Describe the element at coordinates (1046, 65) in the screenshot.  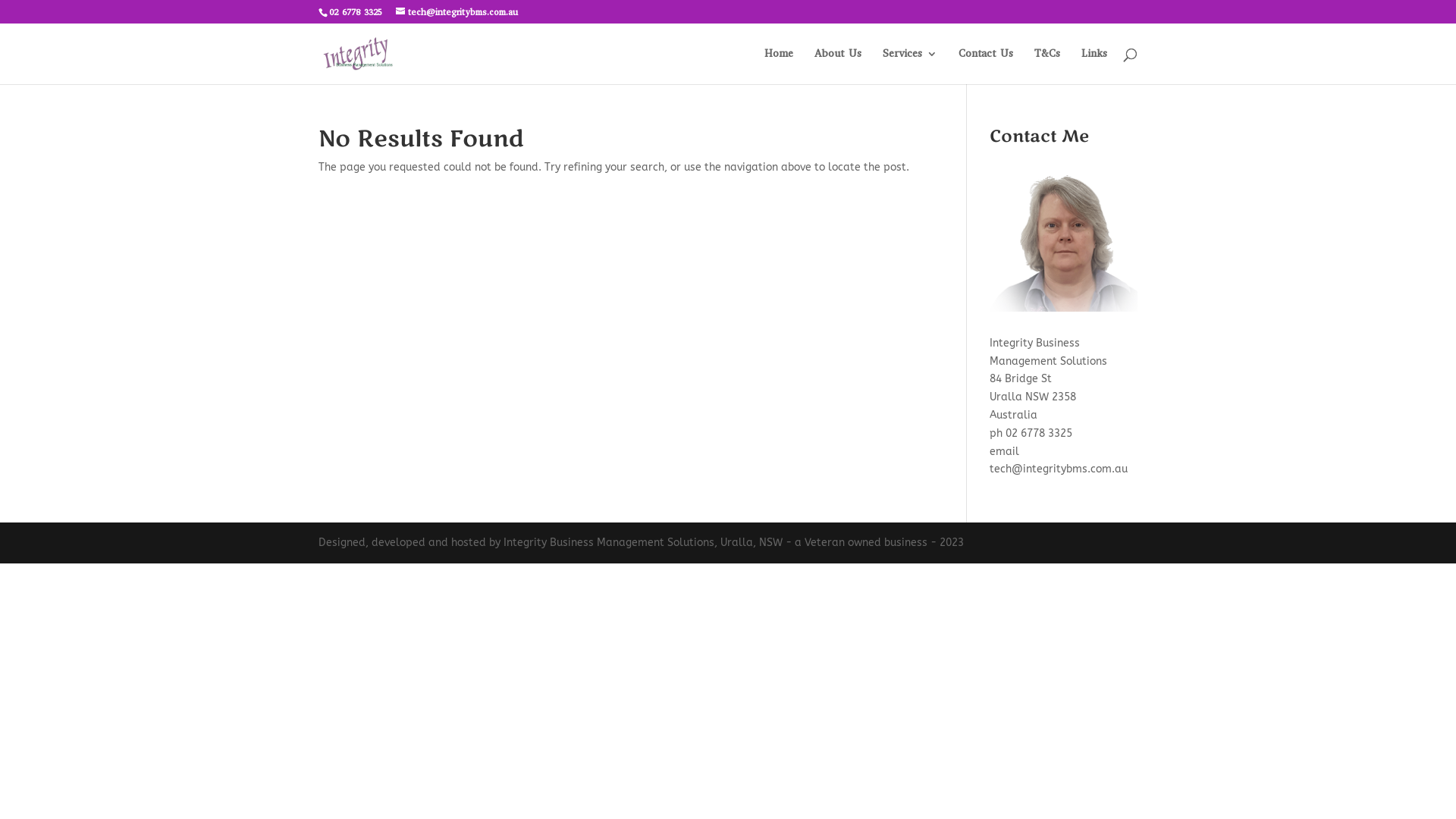
I see `'T&Cs'` at that location.